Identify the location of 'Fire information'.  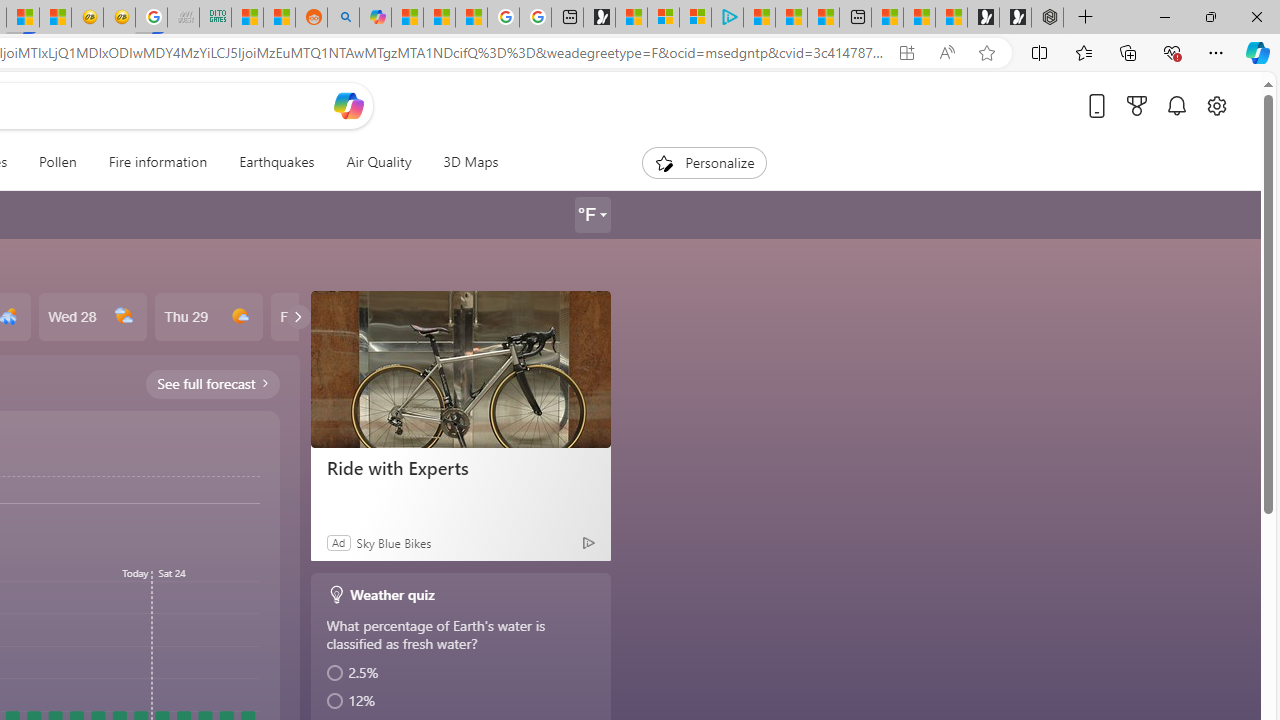
(156, 162).